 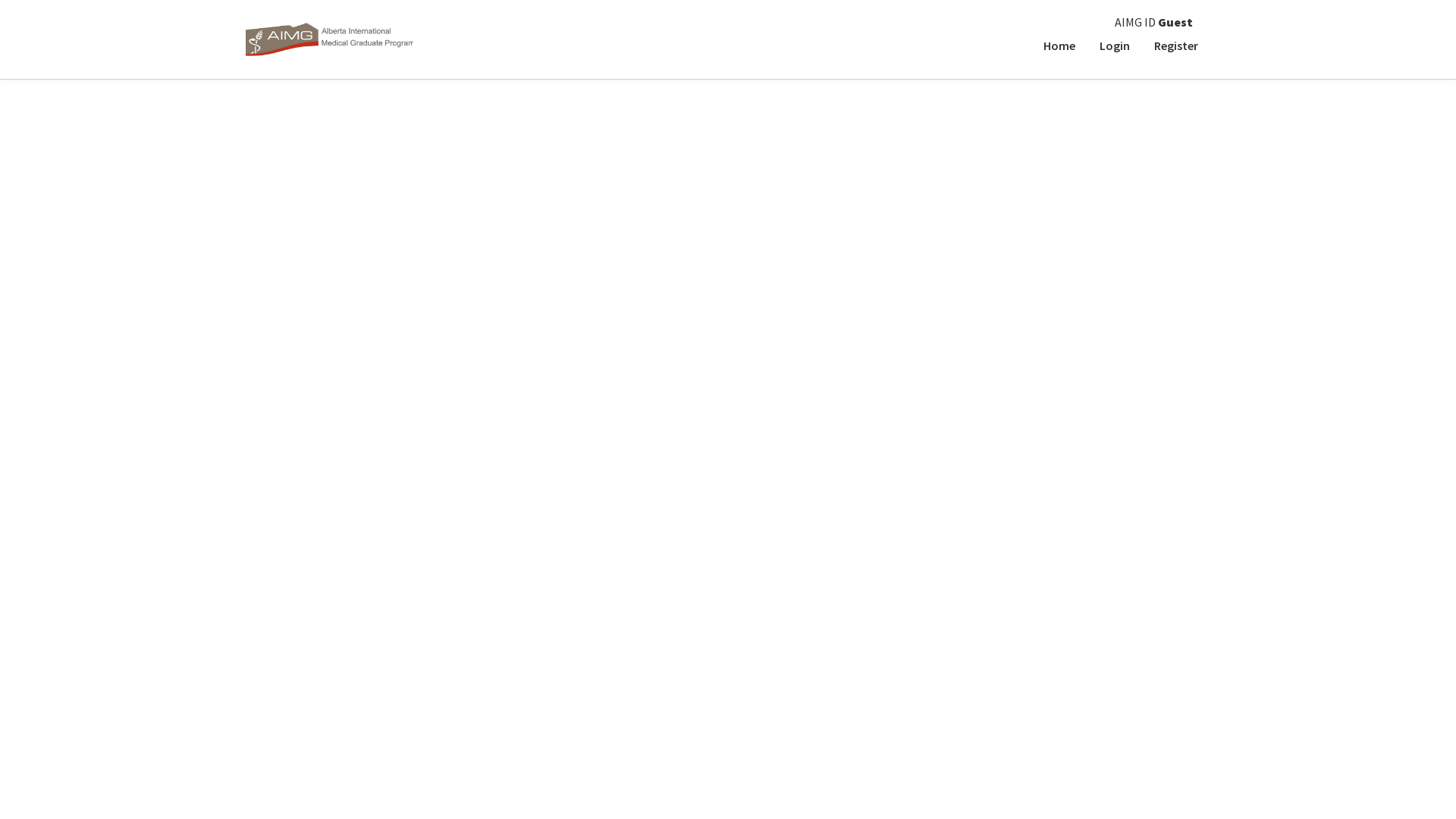 I want to click on 'Register', so click(x=1175, y=45).